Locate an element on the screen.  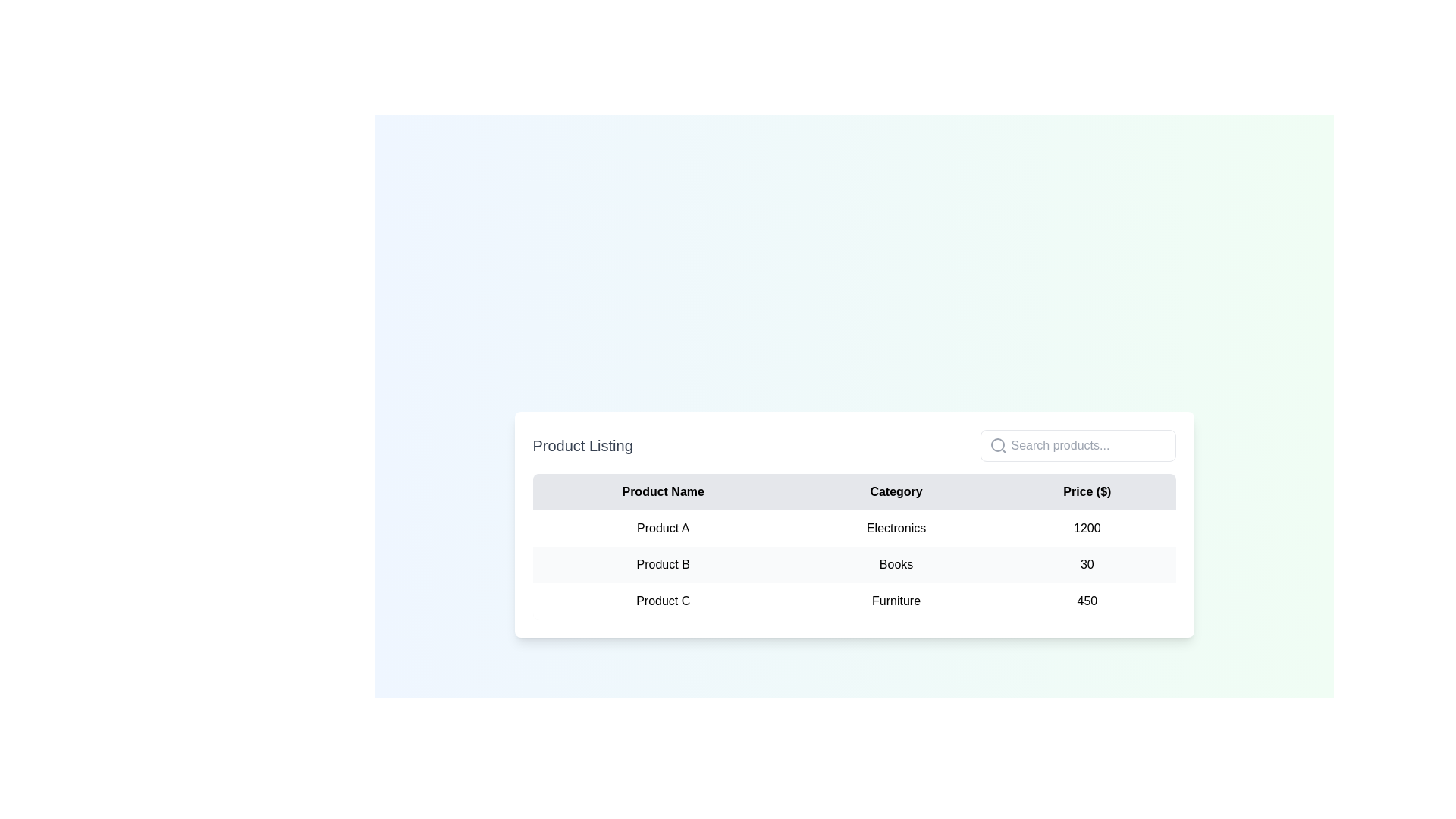
the 'Furniture' text label located in the second column of the last row of the table, under the 'Category' header is located at coordinates (896, 601).